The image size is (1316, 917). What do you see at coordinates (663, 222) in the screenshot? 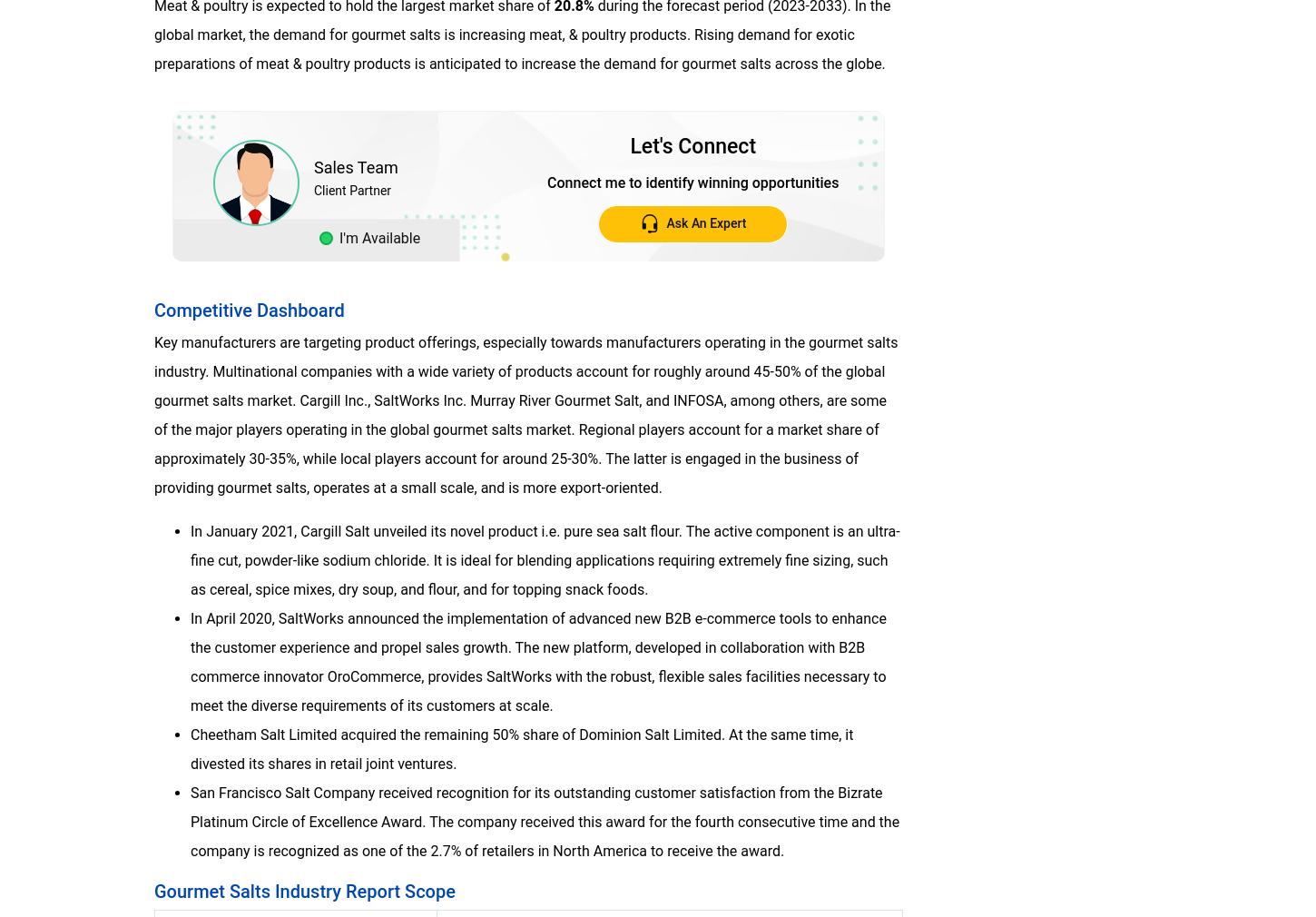
I see `'Ask An Expert'` at bounding box center [663, 222].